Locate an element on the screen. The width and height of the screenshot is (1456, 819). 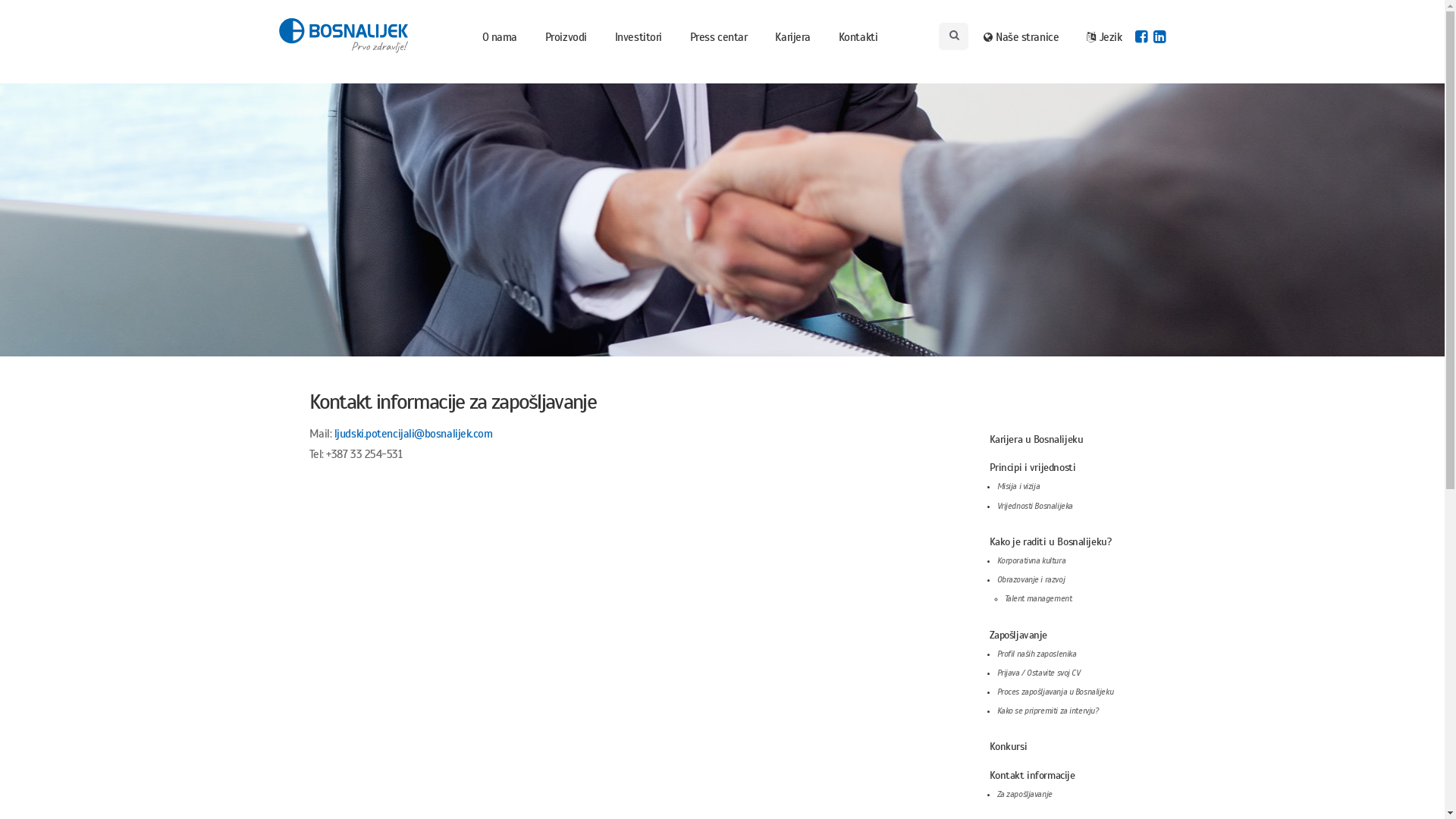
'Kako je raditi u Bosnalijeku?' is located at coordinates (989, 541).